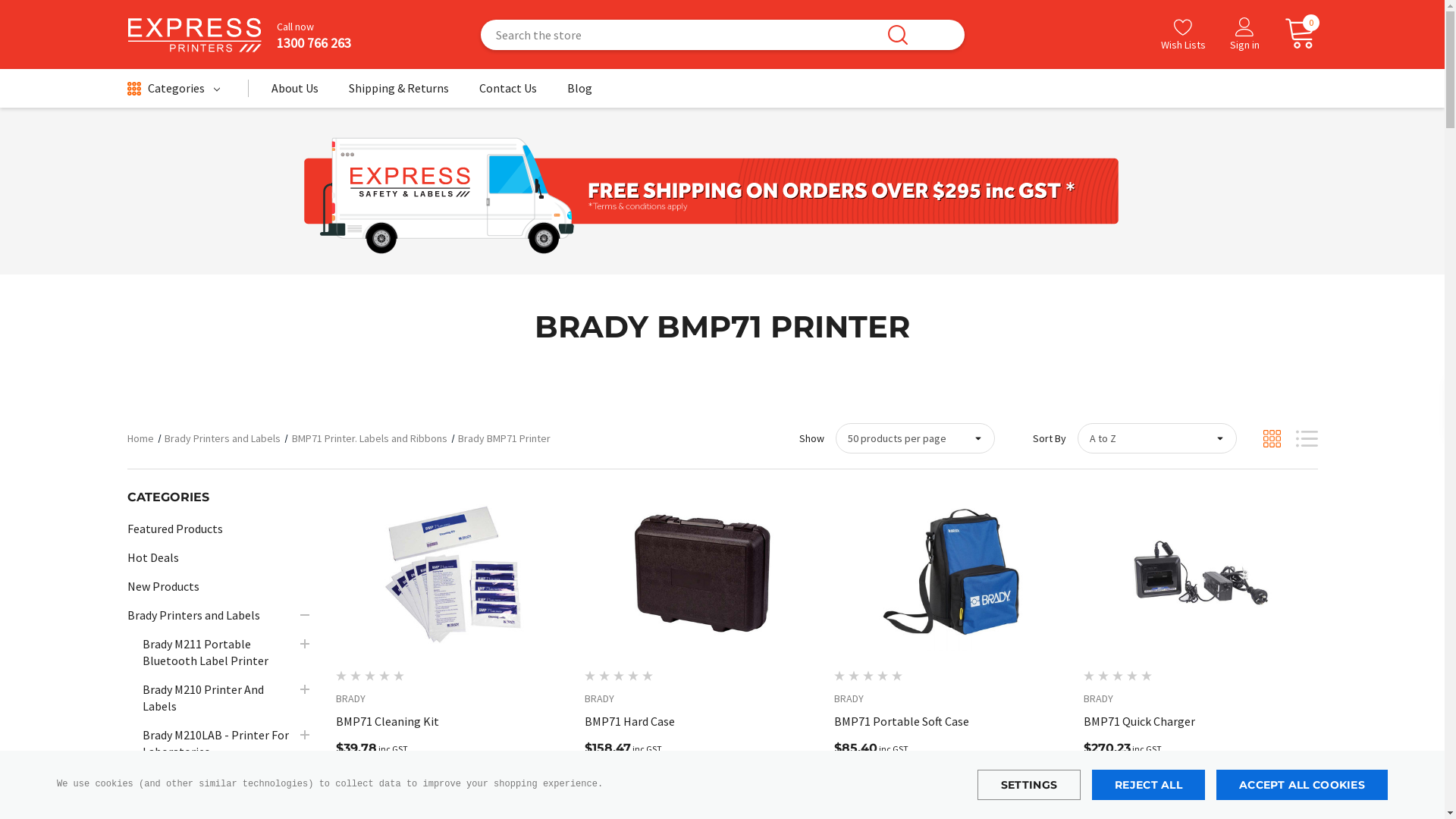 The image size is (1456, 819). What do you see at coordinates (305, 34) in the screenshot?
I see `'Call now` at bounding box center [305, 34].